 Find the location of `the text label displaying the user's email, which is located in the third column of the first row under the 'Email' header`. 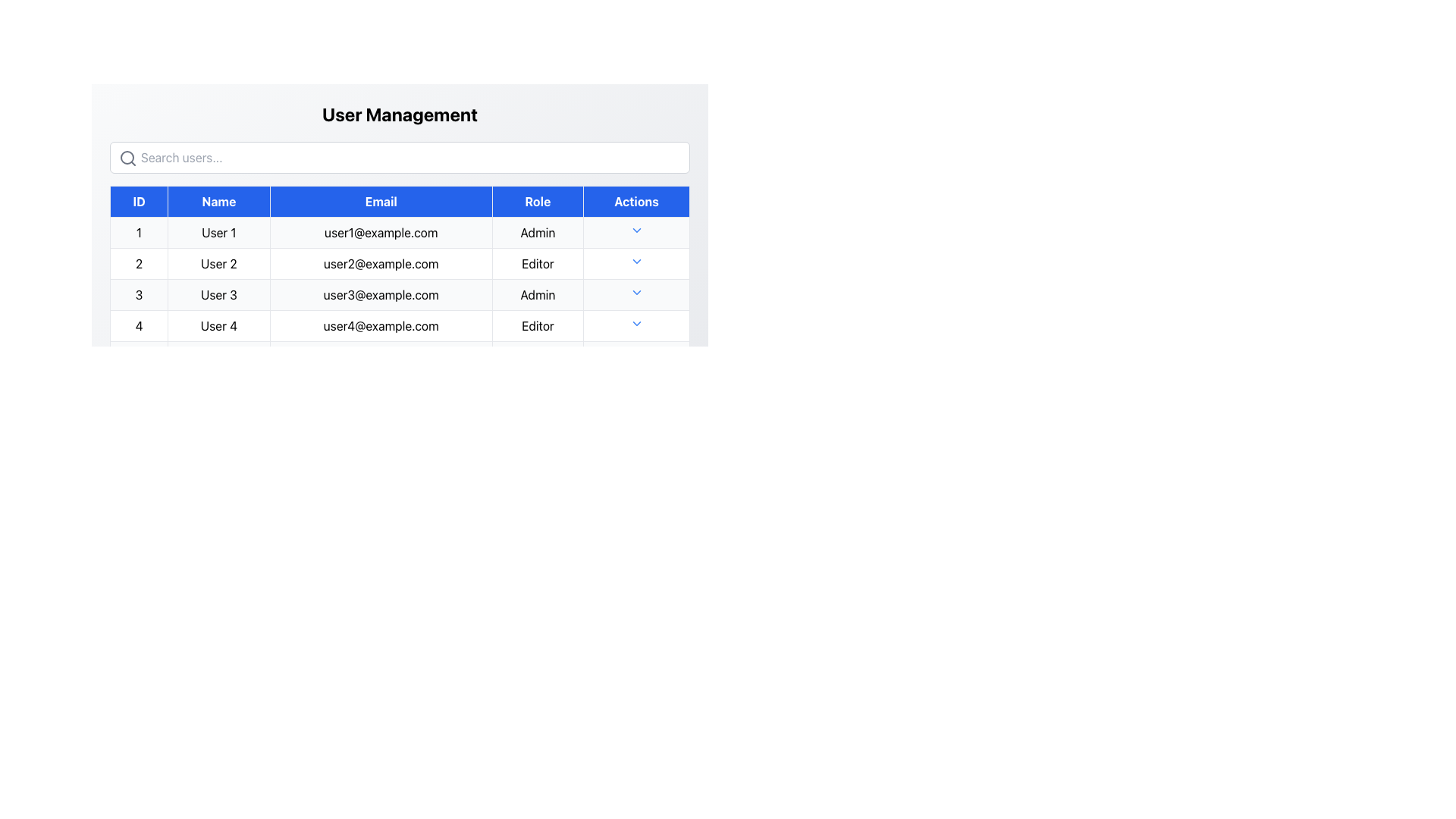

the text label displaying the user's email, which is located in the third column of the first row under the 'Email' header is located at coordinates (381, 233).